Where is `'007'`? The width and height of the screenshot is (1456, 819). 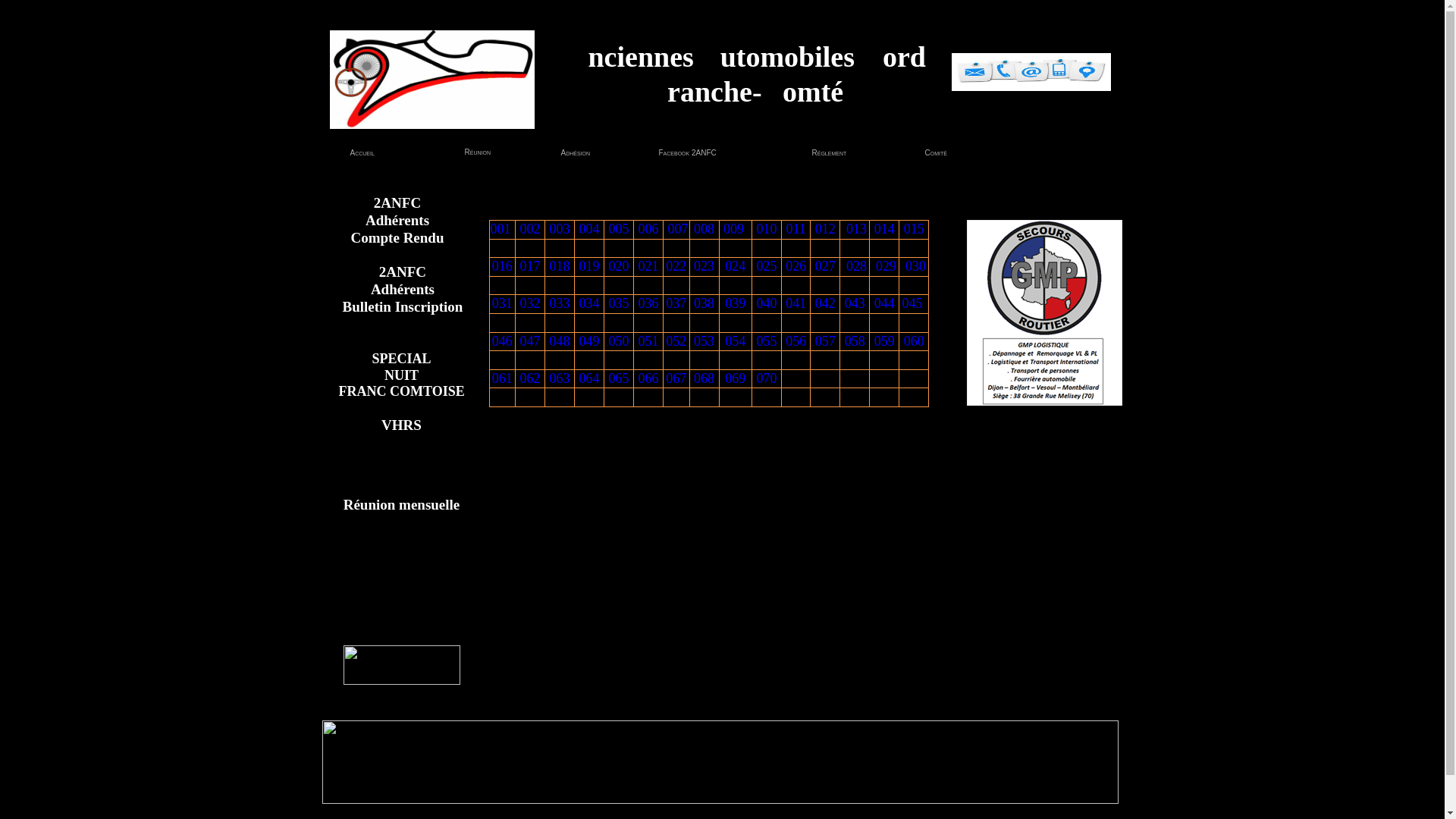
'007' is located at coordinates (676, 228).